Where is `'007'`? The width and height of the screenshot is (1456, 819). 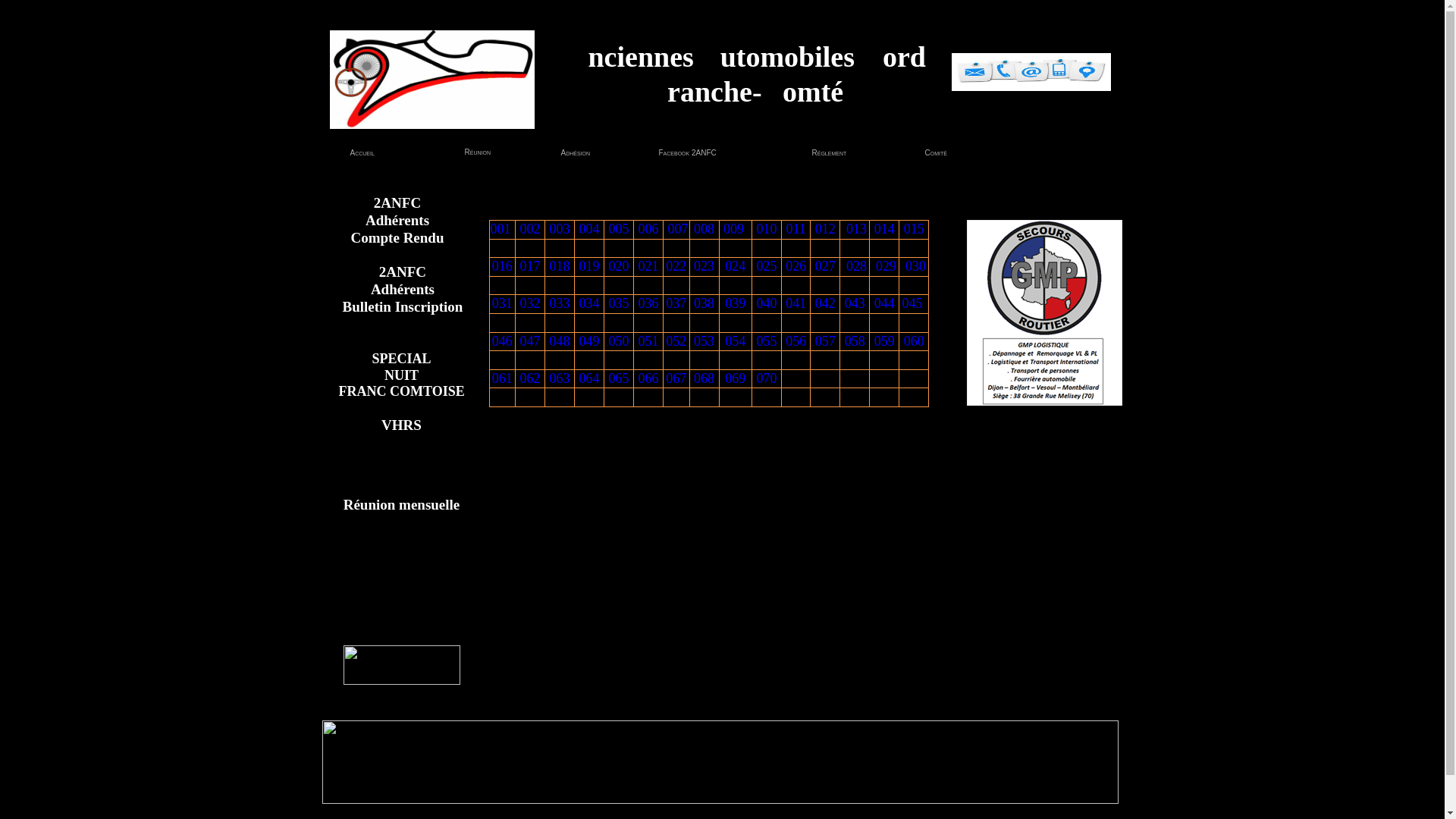
'007' is located at coordinates (676, 228).